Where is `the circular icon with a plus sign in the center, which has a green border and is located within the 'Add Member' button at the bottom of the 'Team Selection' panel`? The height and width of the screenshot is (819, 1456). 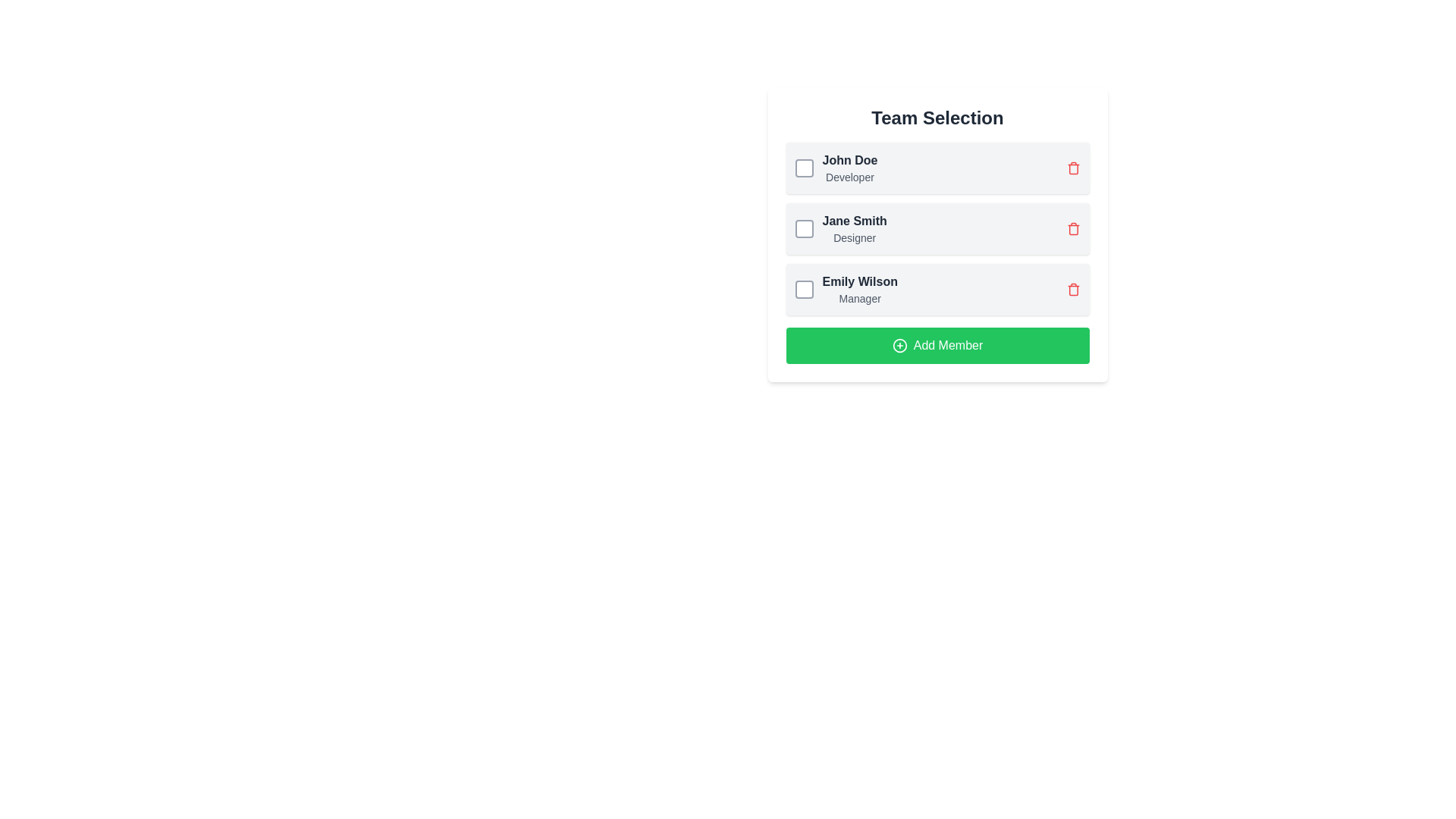 the circular icon with a plus sign in the center, which has a green border and is located within the 'Add Member' button at the bottom of the 'Team Selection' panel is located at coordinates (899, 345).